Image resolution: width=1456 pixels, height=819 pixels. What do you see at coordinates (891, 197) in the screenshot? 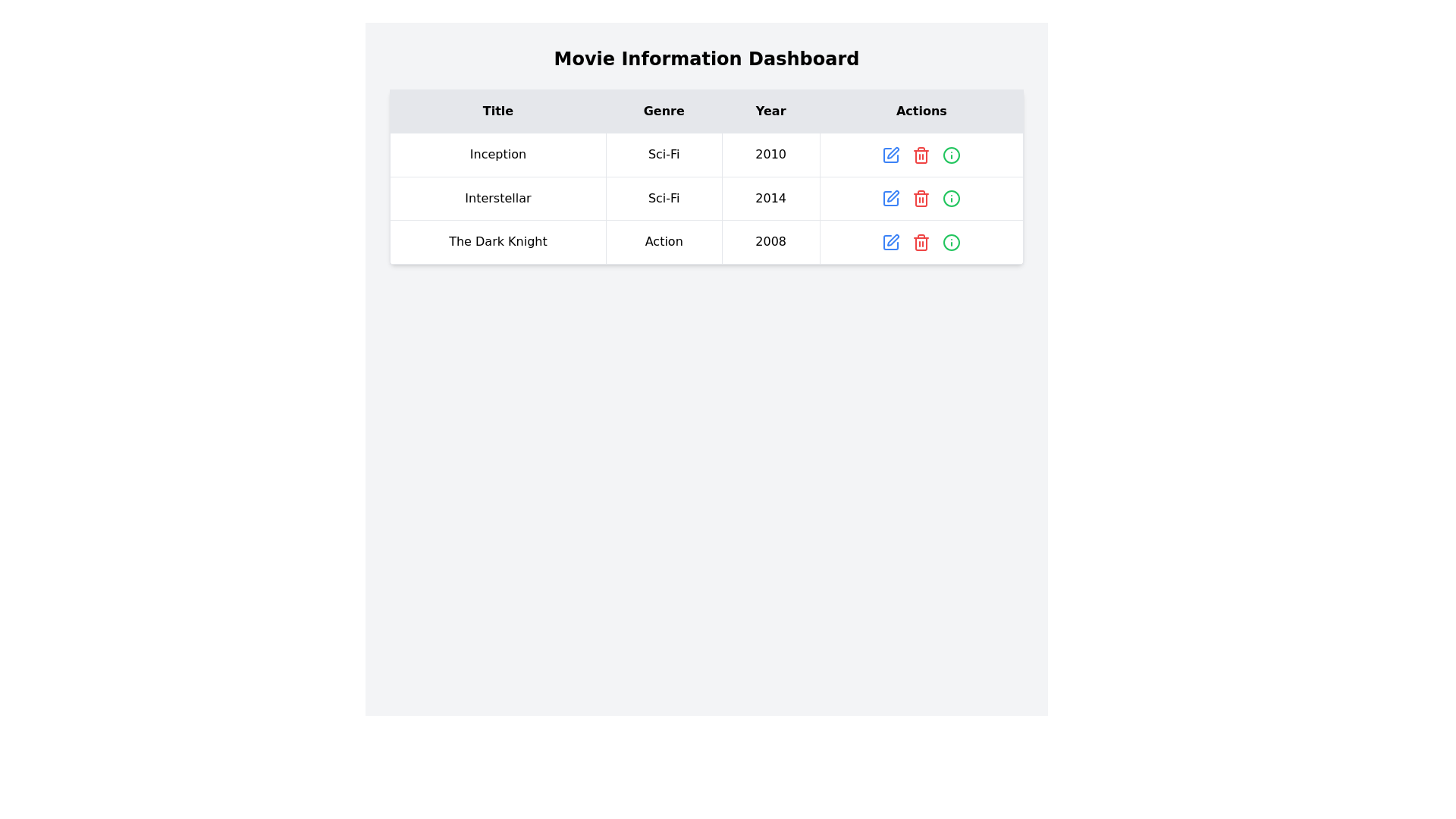
I see `the blue pen icon button located in the second row of the 'Actions' column` at bounding box center [891, 197].